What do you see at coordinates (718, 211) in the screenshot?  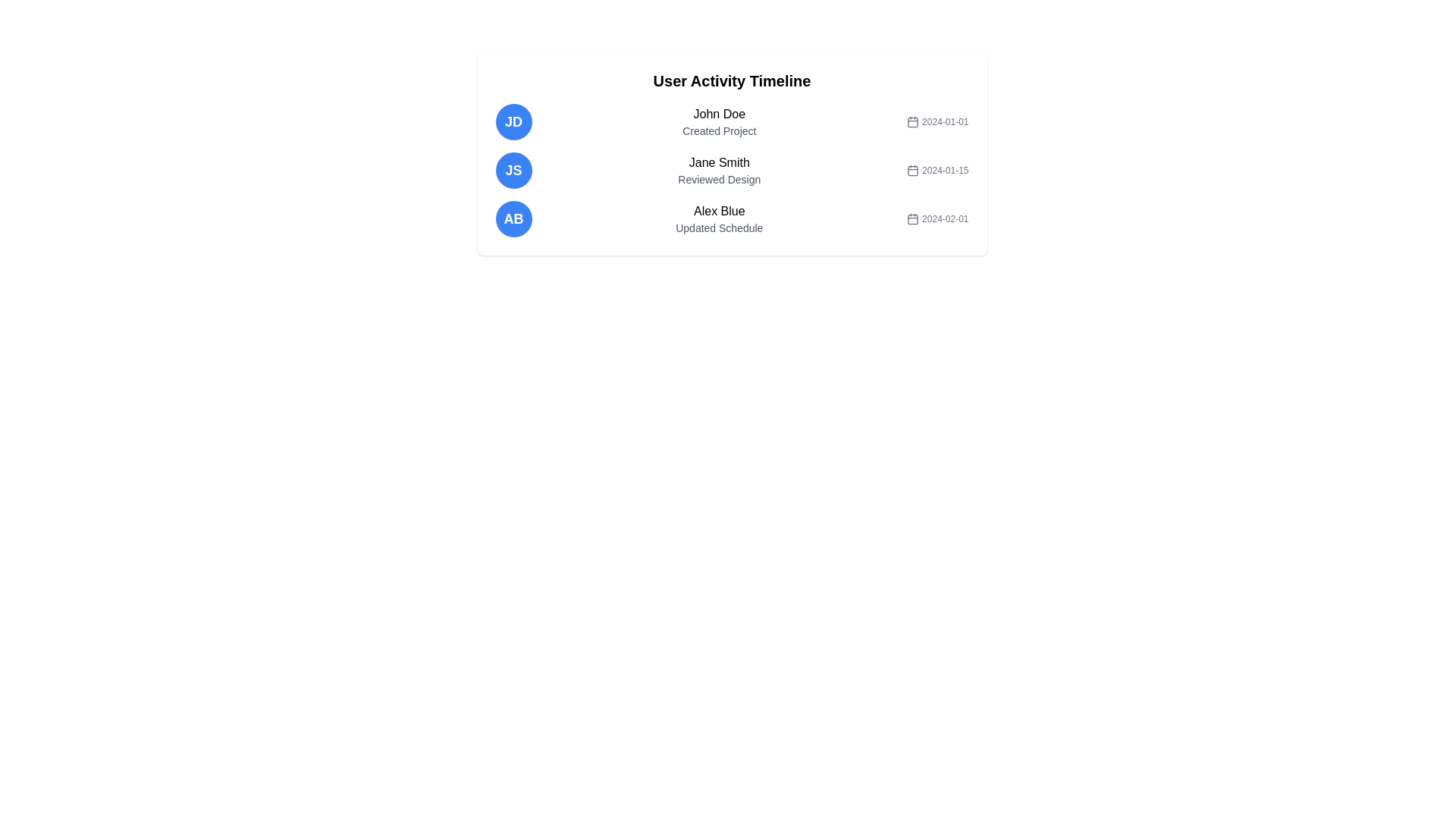 I see `the Text Label that identifies the user's name associated with the activity timeline, positioned to the right of the circular avatar labeled 'AB'` at bounding box center [718, 211].